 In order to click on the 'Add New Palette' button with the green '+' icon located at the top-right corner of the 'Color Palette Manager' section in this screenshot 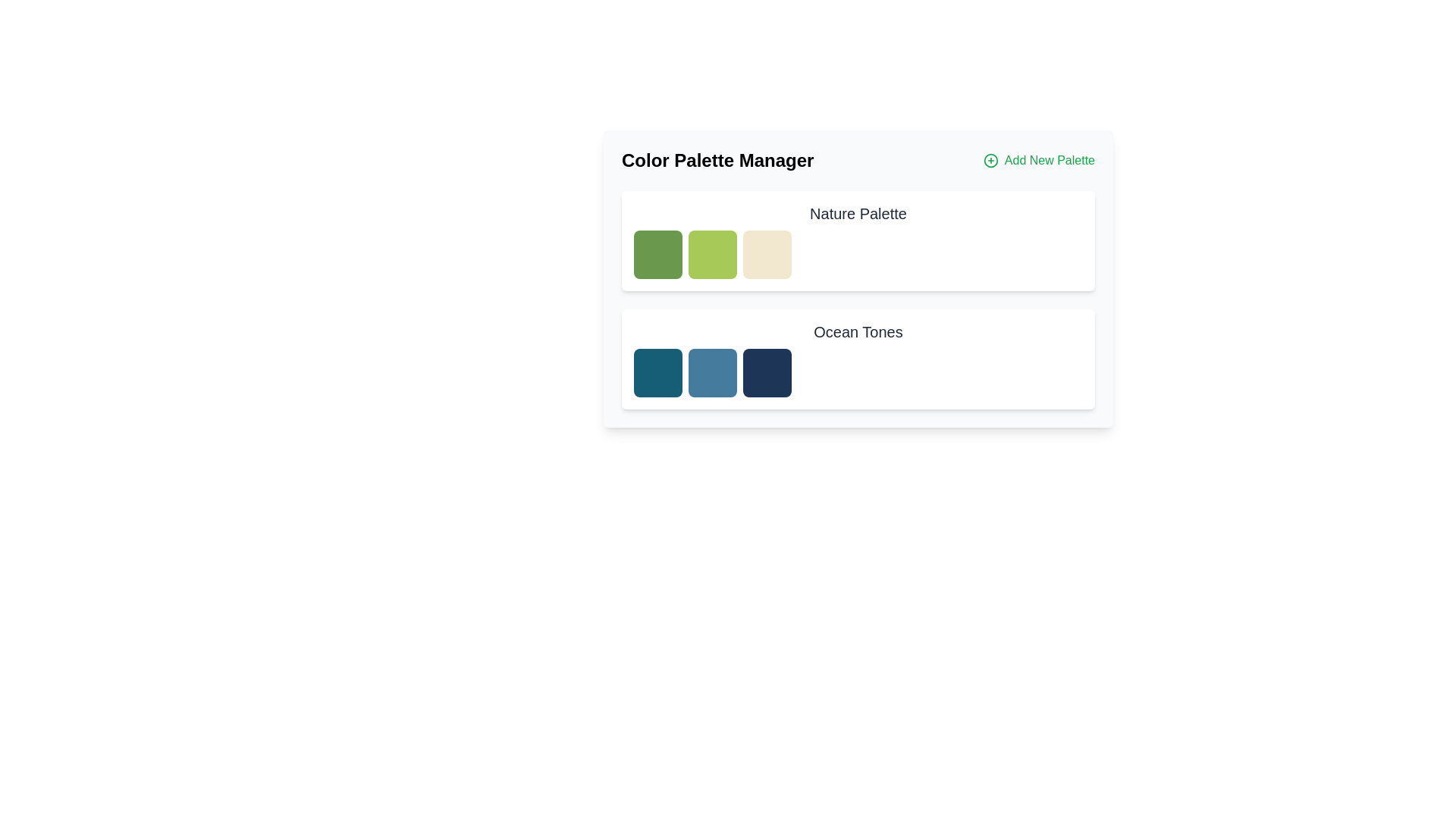, I will do `click(1038, 161)`.